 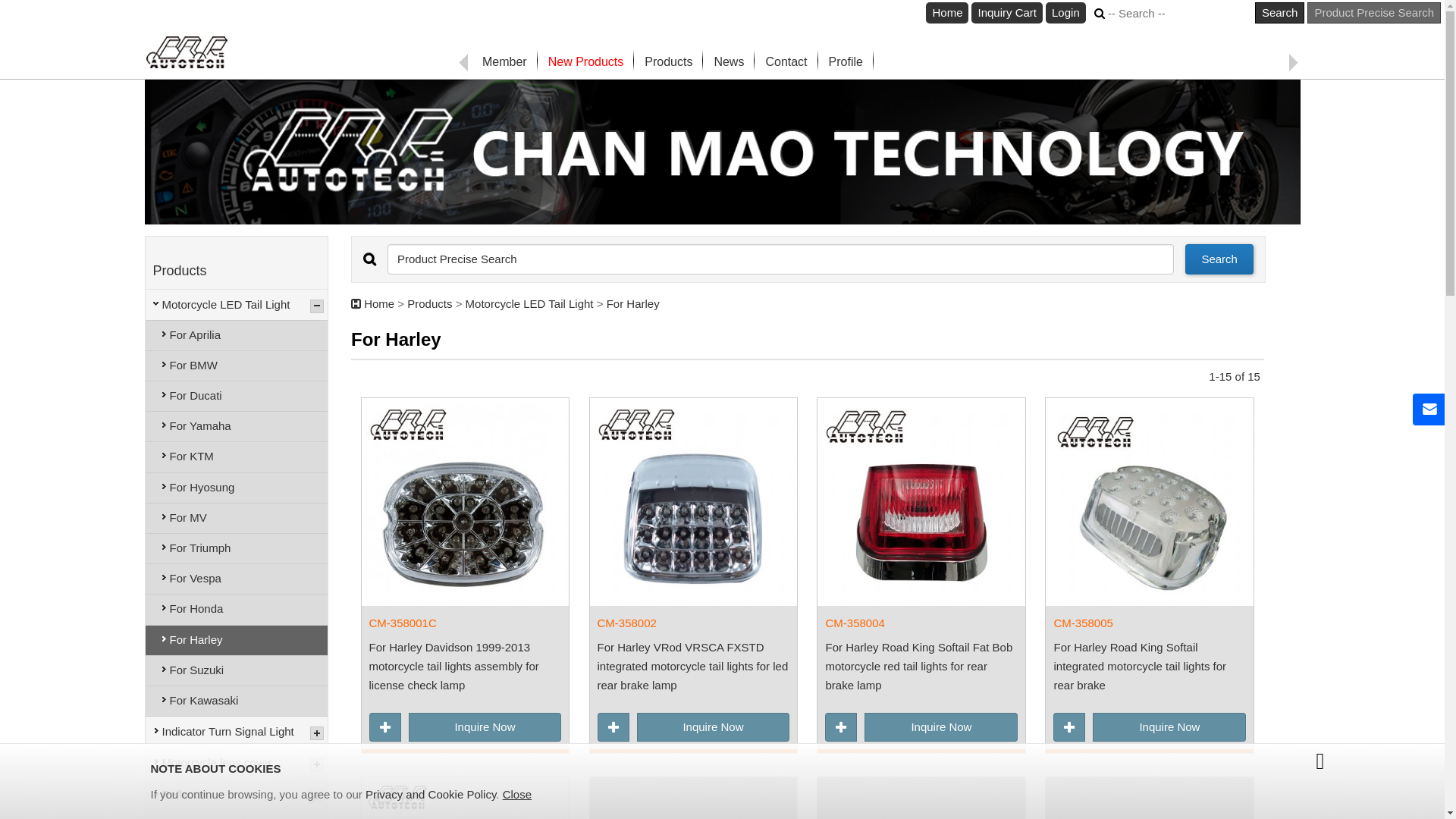 I want to click on 'For Suzuki', so click(x=236, y=670).